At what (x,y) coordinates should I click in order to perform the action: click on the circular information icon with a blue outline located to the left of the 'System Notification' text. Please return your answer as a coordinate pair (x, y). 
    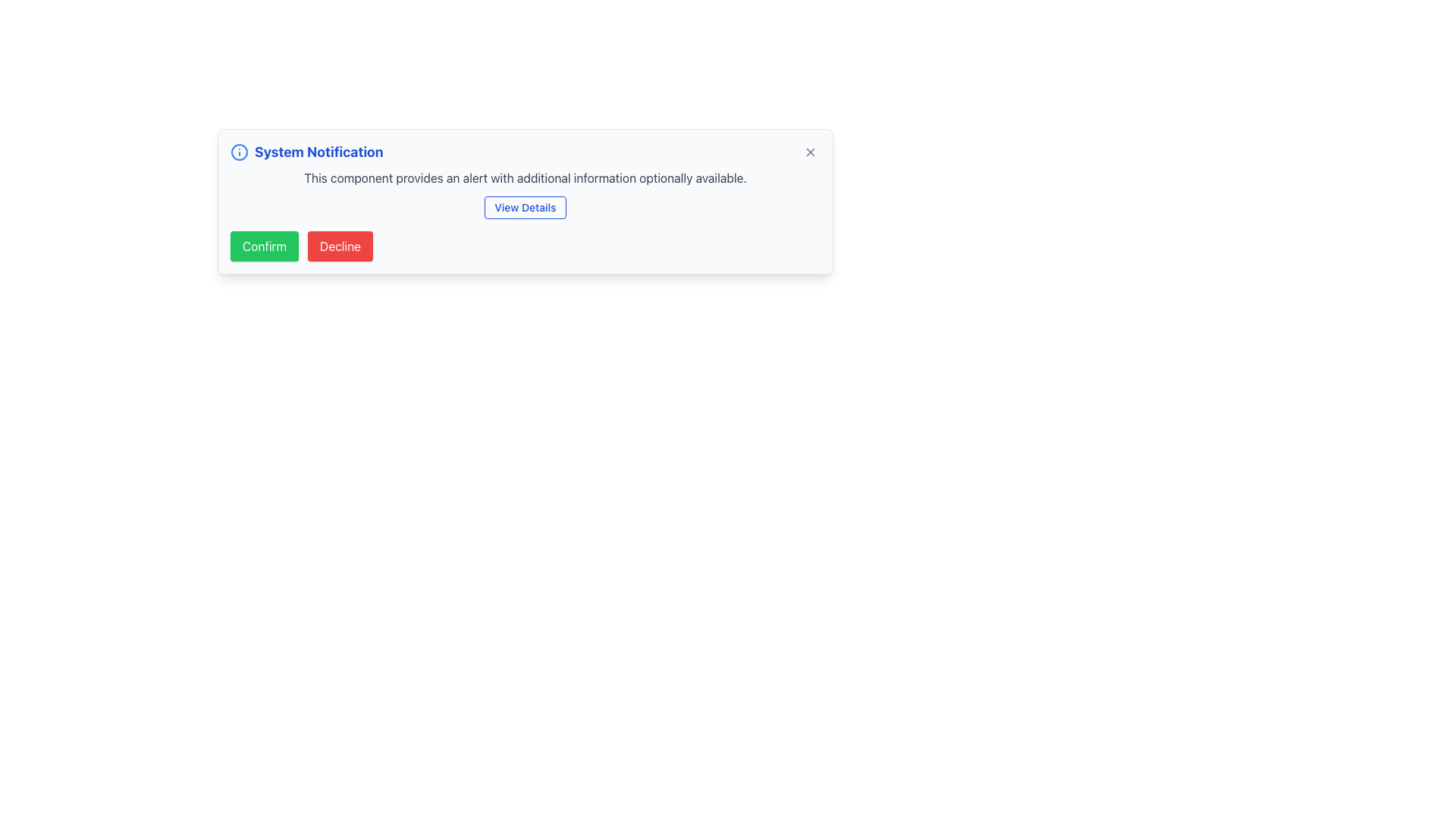
    Looking at the image, I should click on (239, 152).